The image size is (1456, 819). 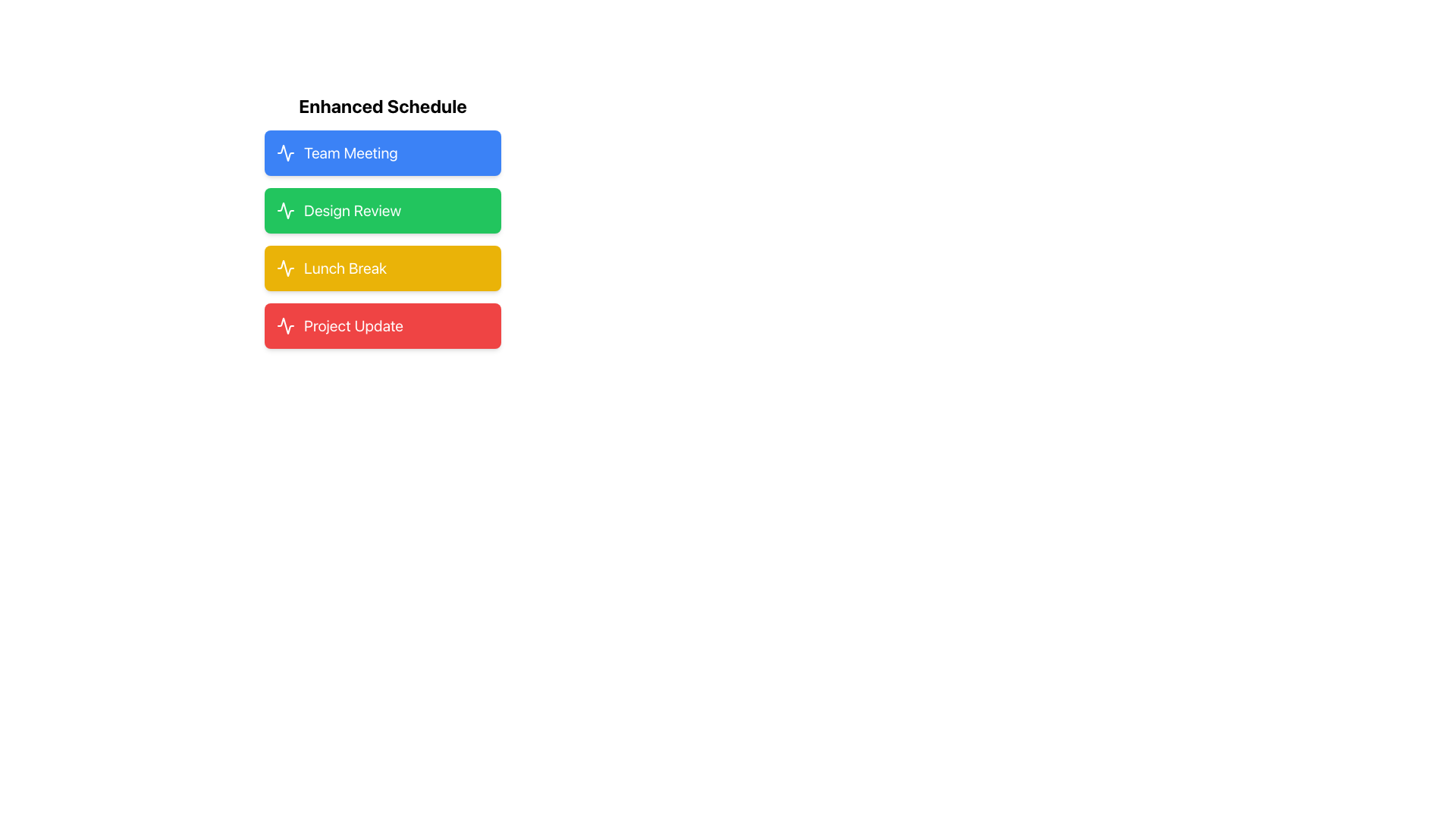 What do you see at coordinates (286, 325) in the screenshot?
I see `the 'Project Update' icon located to the left of the red rectangular button labeled 'Project Update', which is the last item in the vertical list of buttons` at bounding box center [286, 325].